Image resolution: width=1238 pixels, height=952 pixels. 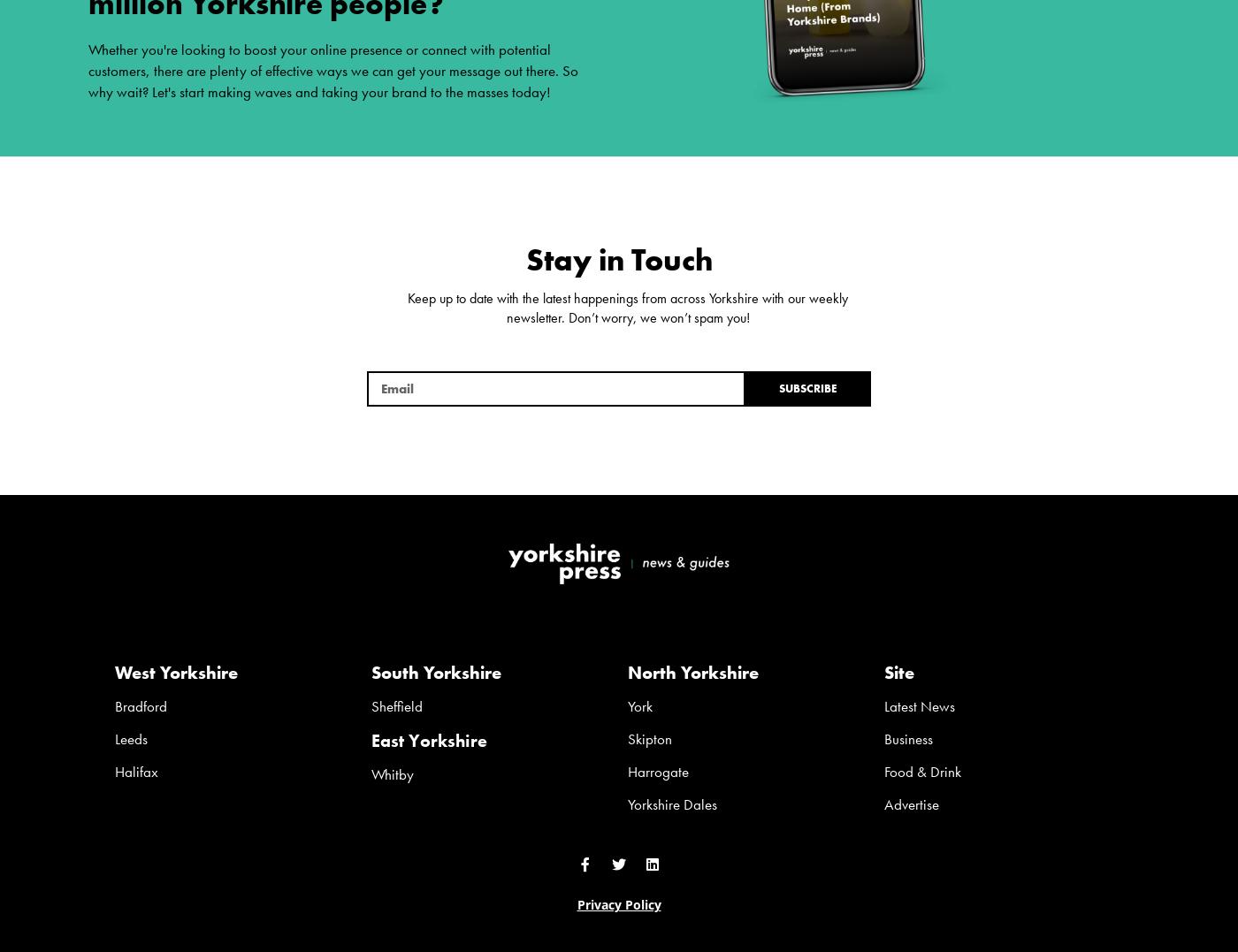 I want to click on 'East Yorkshire', so click(x=371, y=739).